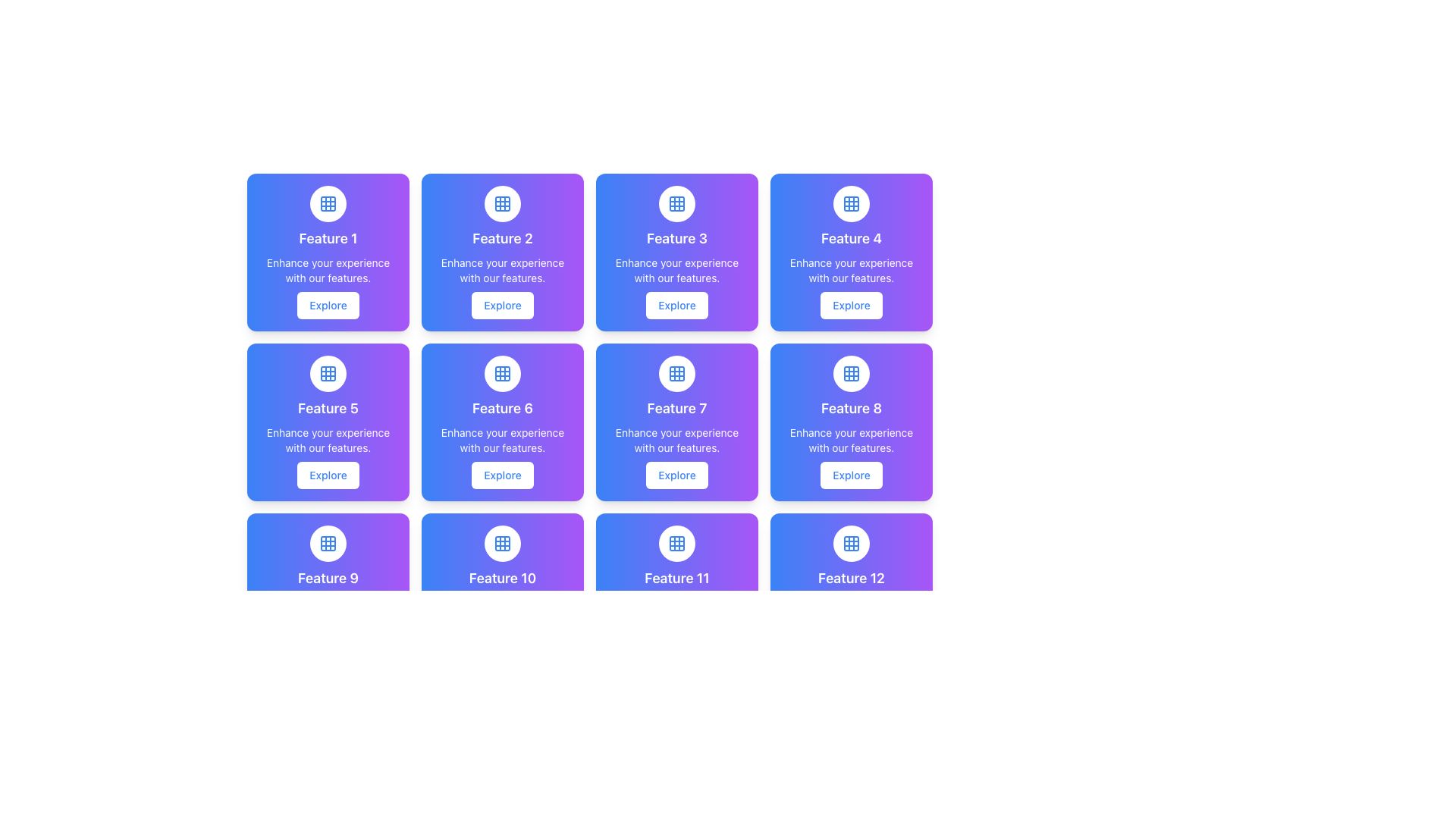 The image size is (1456, 819). What do you see at coordinates (852, 543) in the screenshot?
I see `the blue grid-like icon consisting of nine smaller squares, which is centered within a circular background on the card labeled 'Feature 12'` at bounding box center [852, 543].